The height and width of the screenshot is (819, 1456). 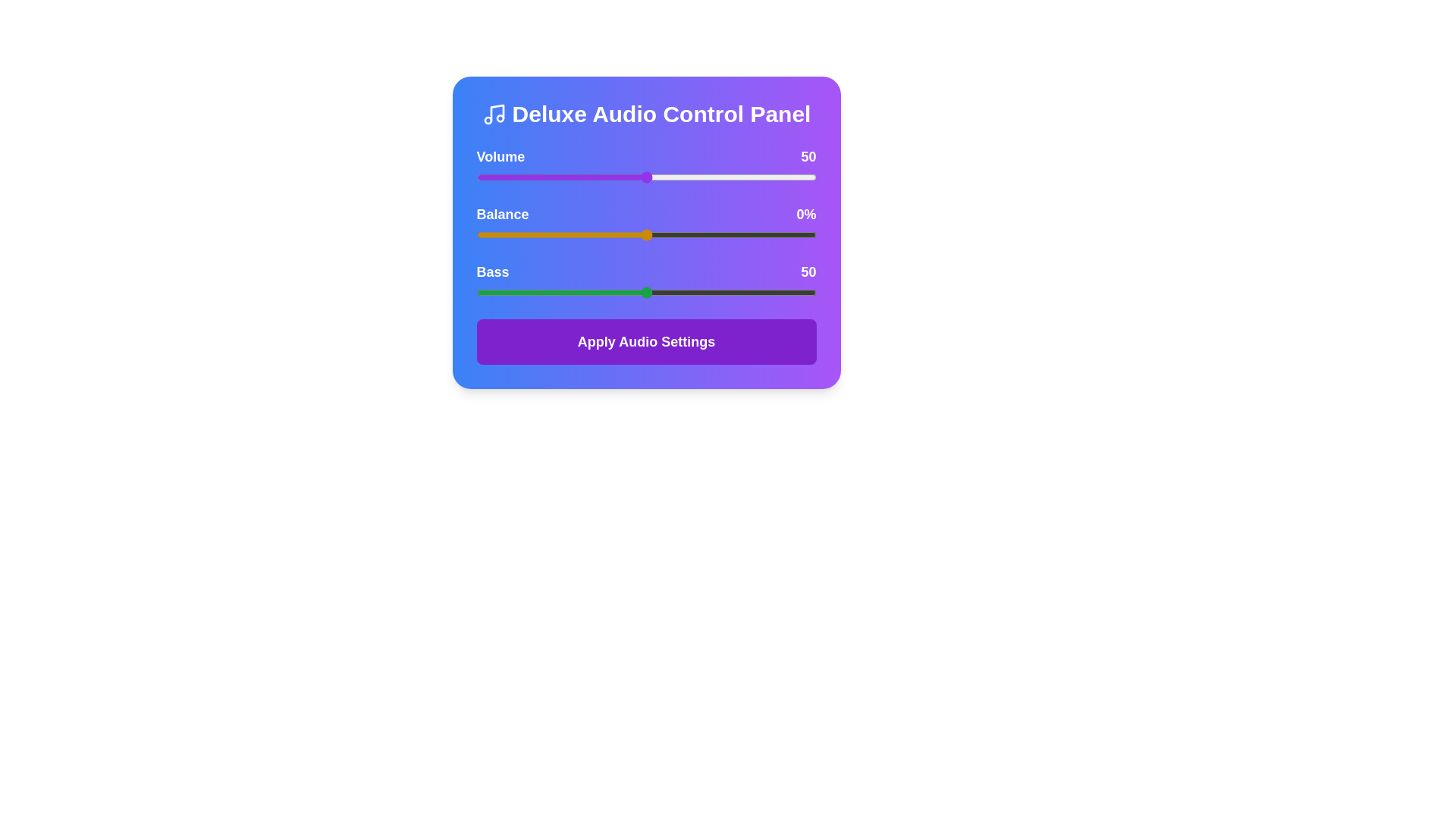 What do you see at coordinates (646, 234) in the screenshot?
I see `balance` at bounding box center [646, 234].